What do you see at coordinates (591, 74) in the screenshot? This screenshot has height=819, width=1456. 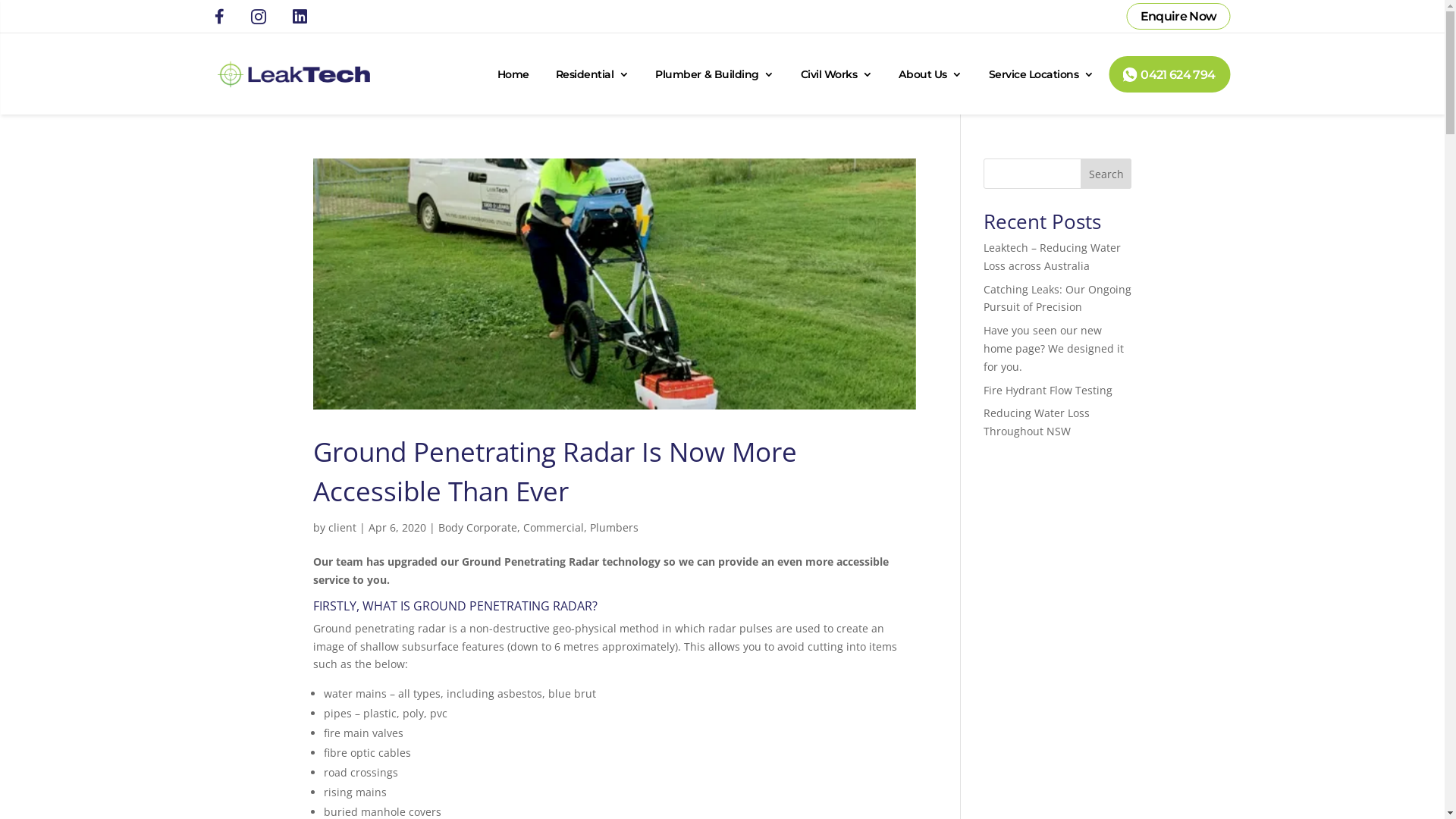 I see `'Residential'` at bounding box center [591, 74].